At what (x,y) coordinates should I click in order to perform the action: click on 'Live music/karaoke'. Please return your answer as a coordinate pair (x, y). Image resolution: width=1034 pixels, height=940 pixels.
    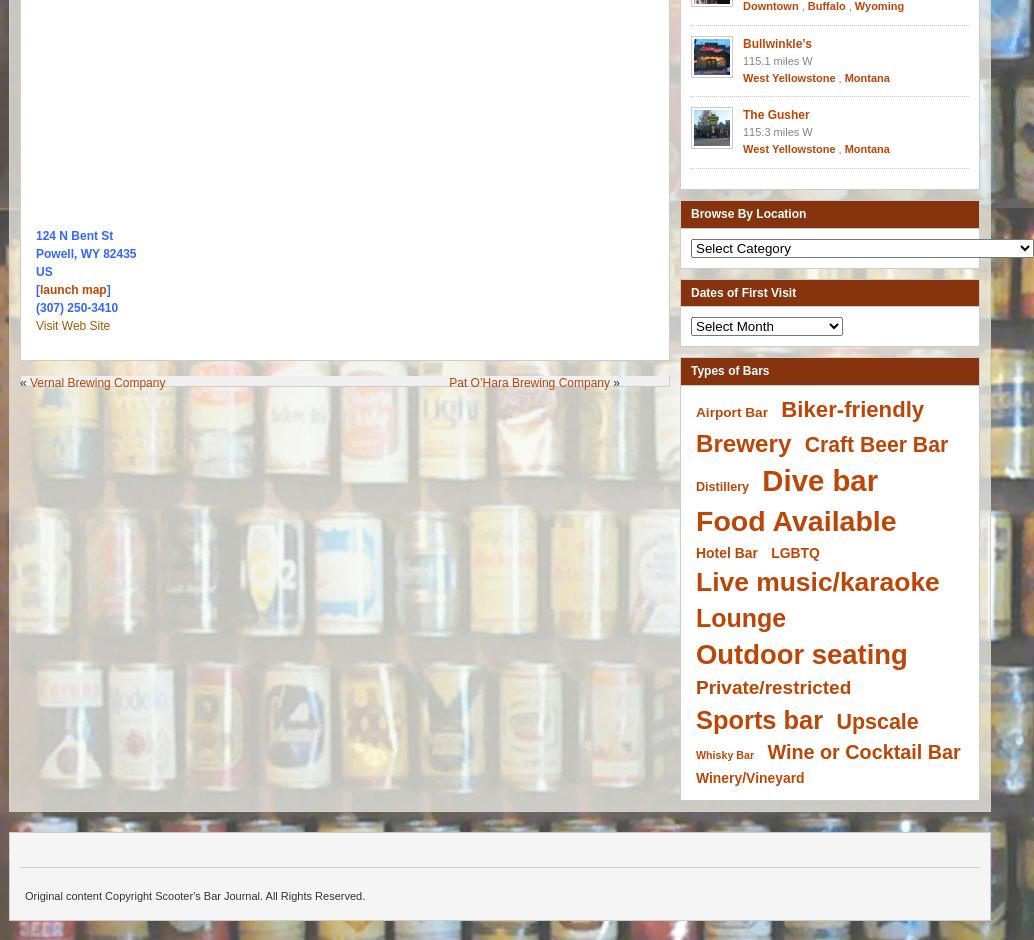
    Looking at the image, I should click on (816, 581).